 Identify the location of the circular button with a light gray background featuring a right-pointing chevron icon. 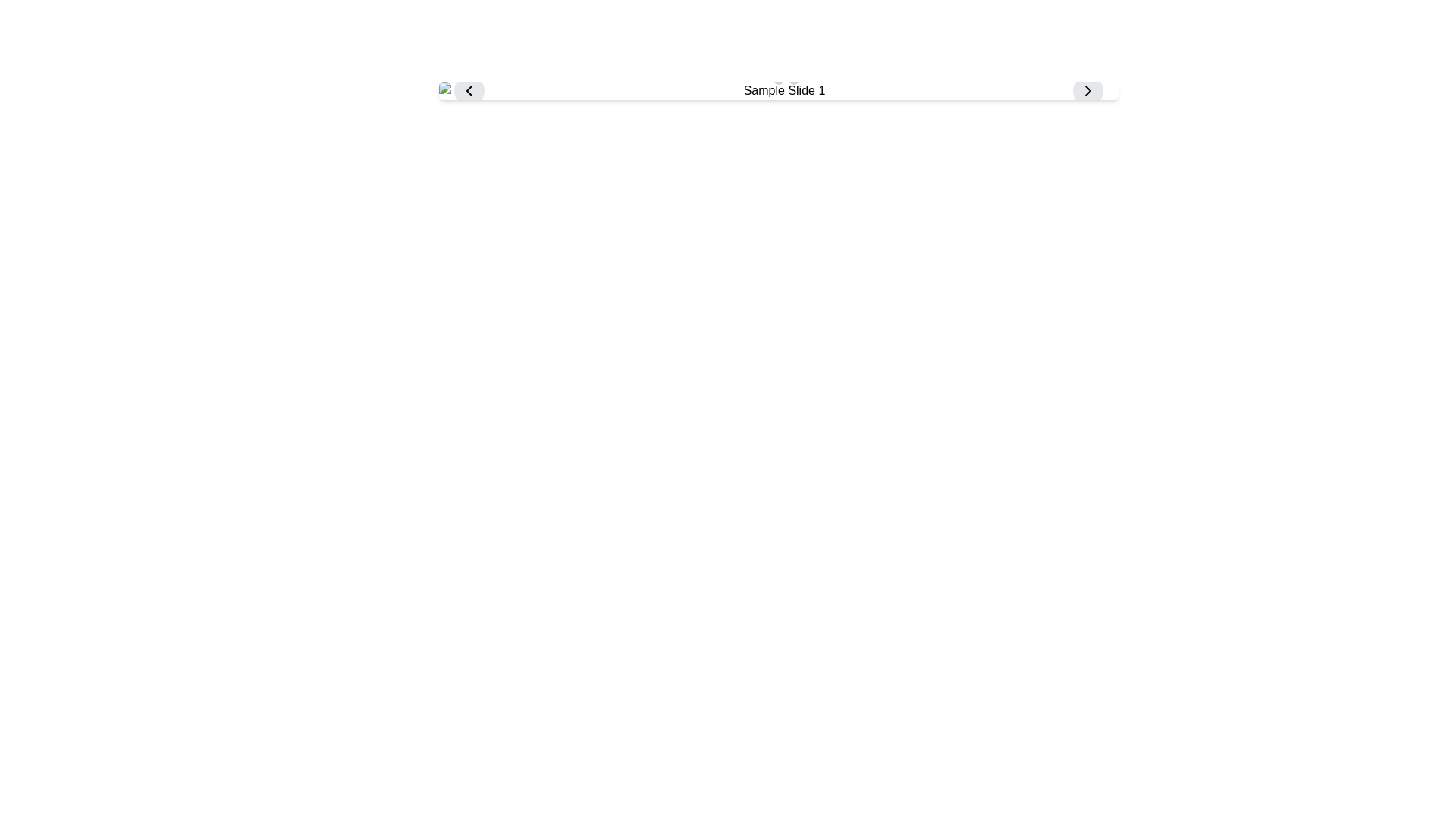
(1087, 90).